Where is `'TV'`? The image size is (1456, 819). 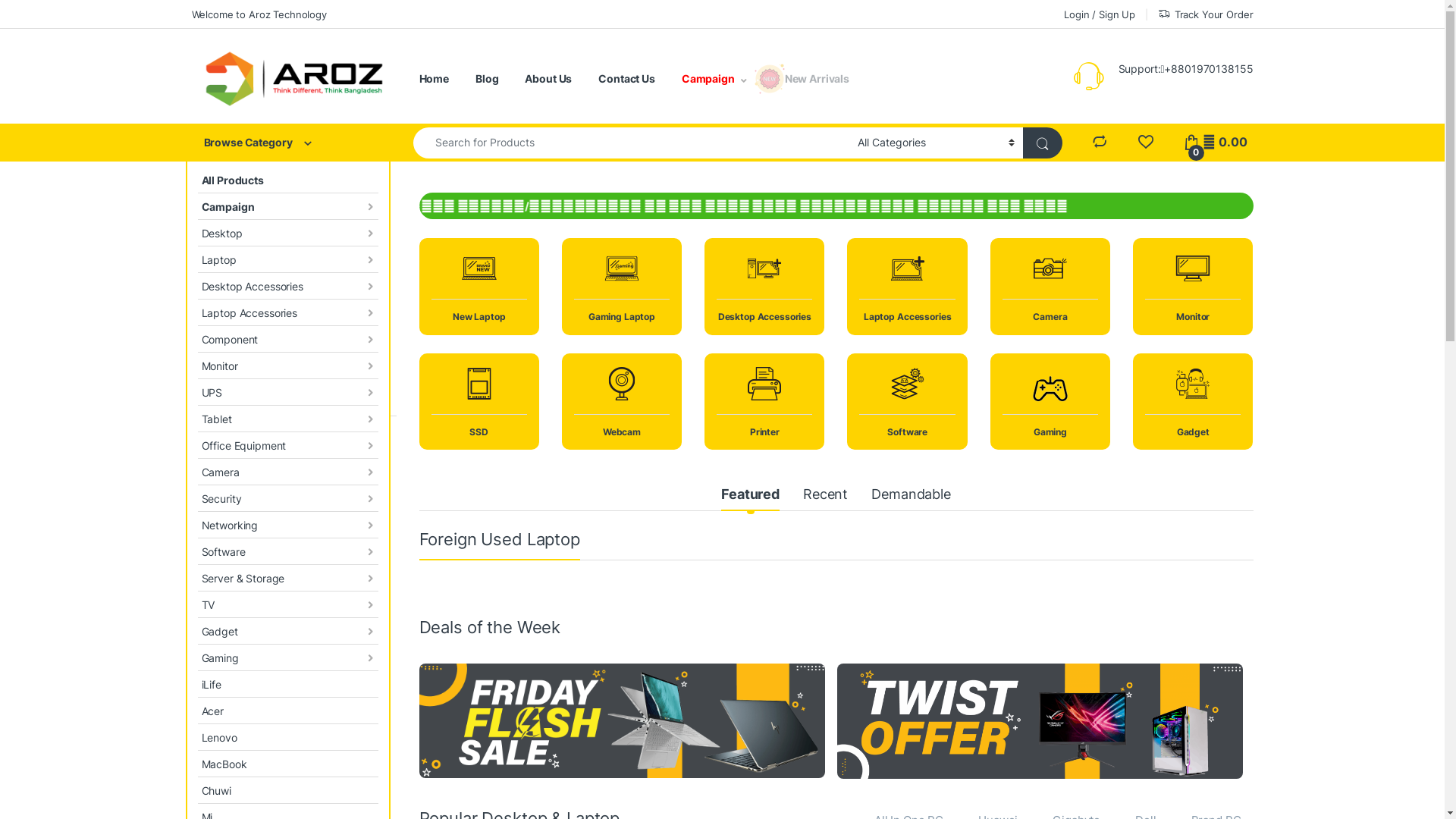
'TV' is located at coordinates (287, 604).